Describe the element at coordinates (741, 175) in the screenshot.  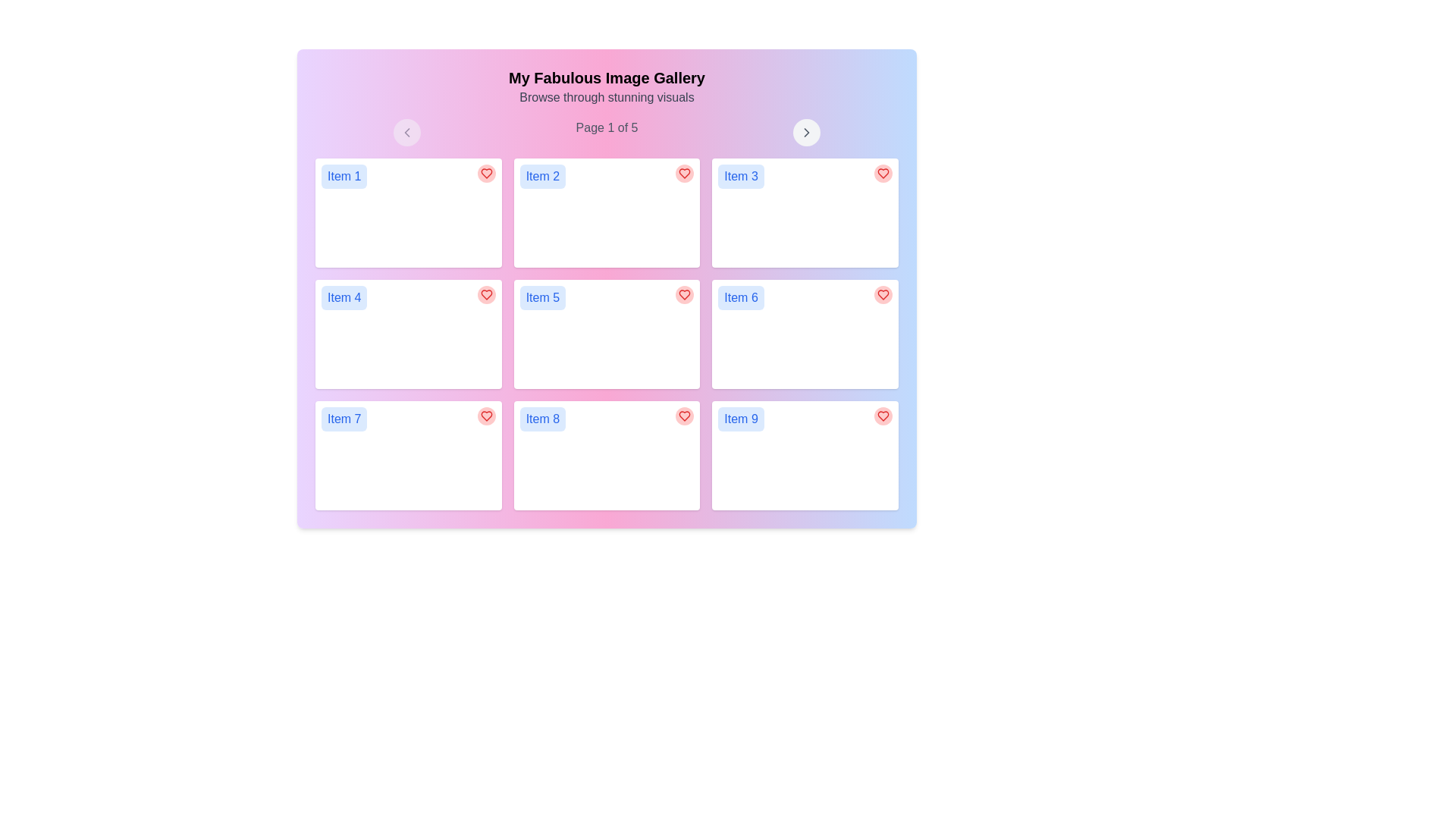
I see `the label indicating 'Item 3' in the top-right grid cell of the layout, which serves as a title for the card` at that location.